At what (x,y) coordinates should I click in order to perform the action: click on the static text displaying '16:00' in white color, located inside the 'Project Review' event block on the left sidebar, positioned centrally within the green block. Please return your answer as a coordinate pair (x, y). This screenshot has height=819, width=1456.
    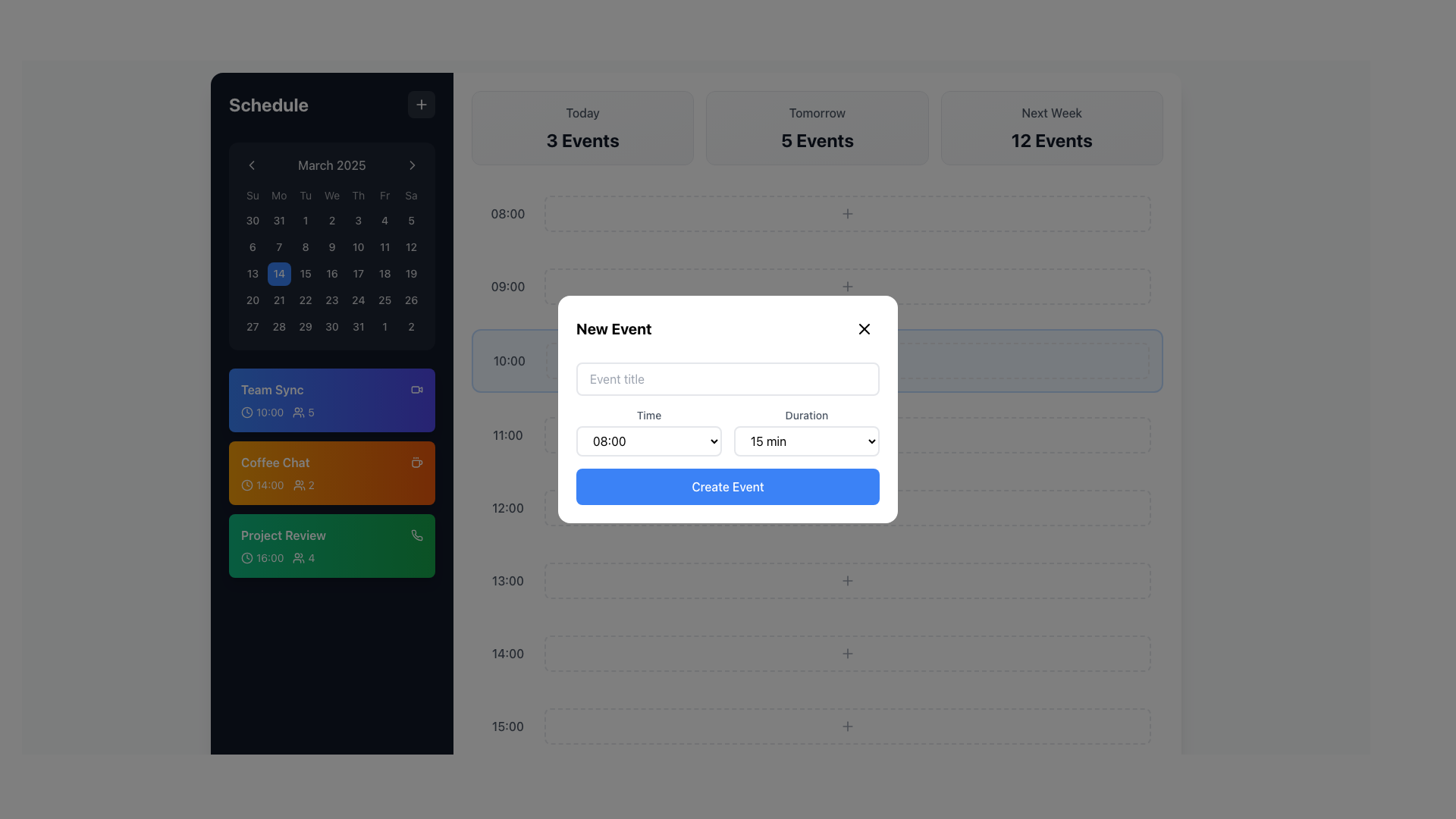
    Looking at the image, I should click on (270, 558).